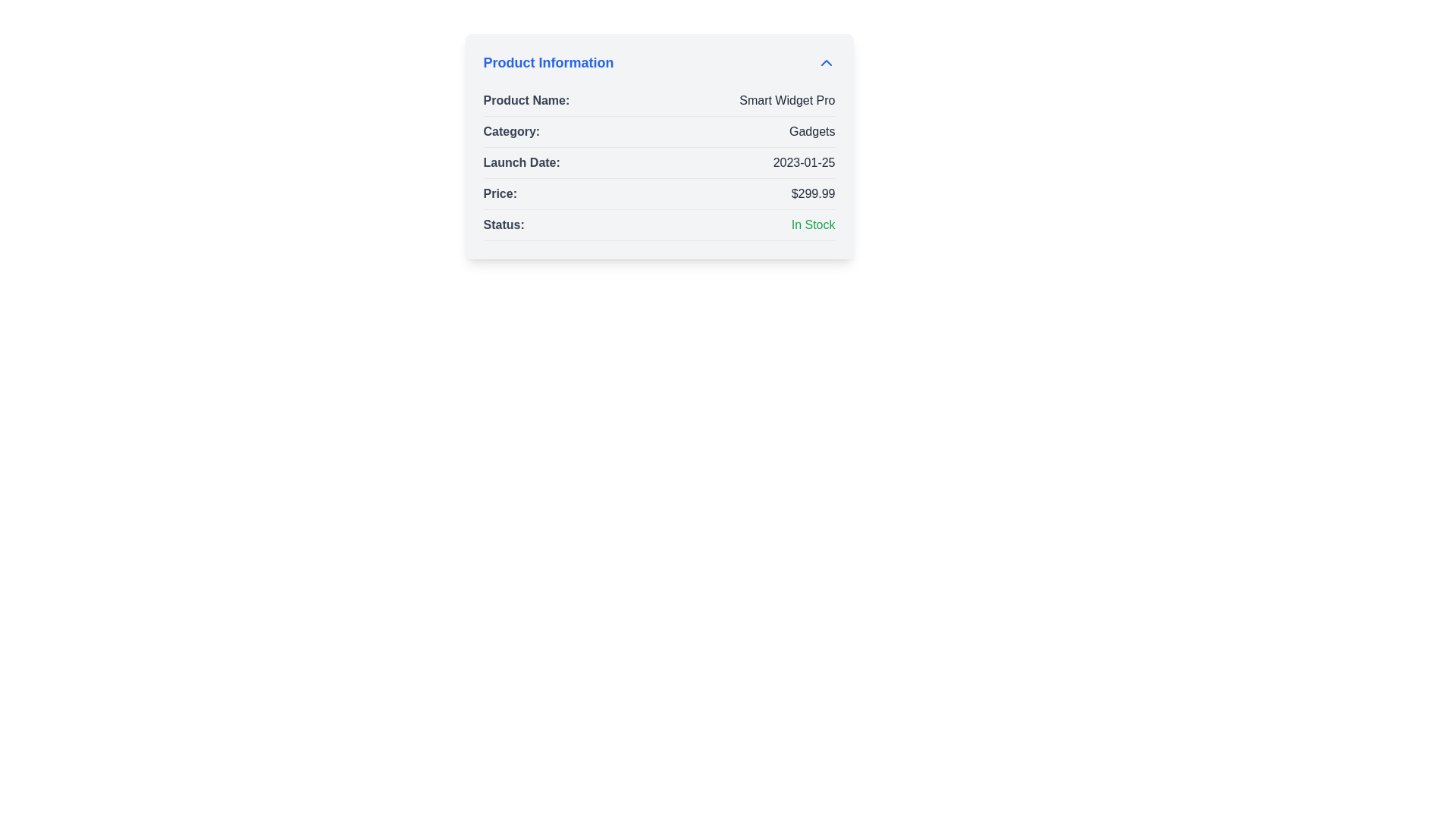 The image size is (1456, 819). What do you see at coordinates (811, 130) in the screenshot?
I see `the 'Gadgets' text label, which is displayed in dark gray font as part of the product information section, located to the right of the 'Category:' label` at bounding box center [811, 130].